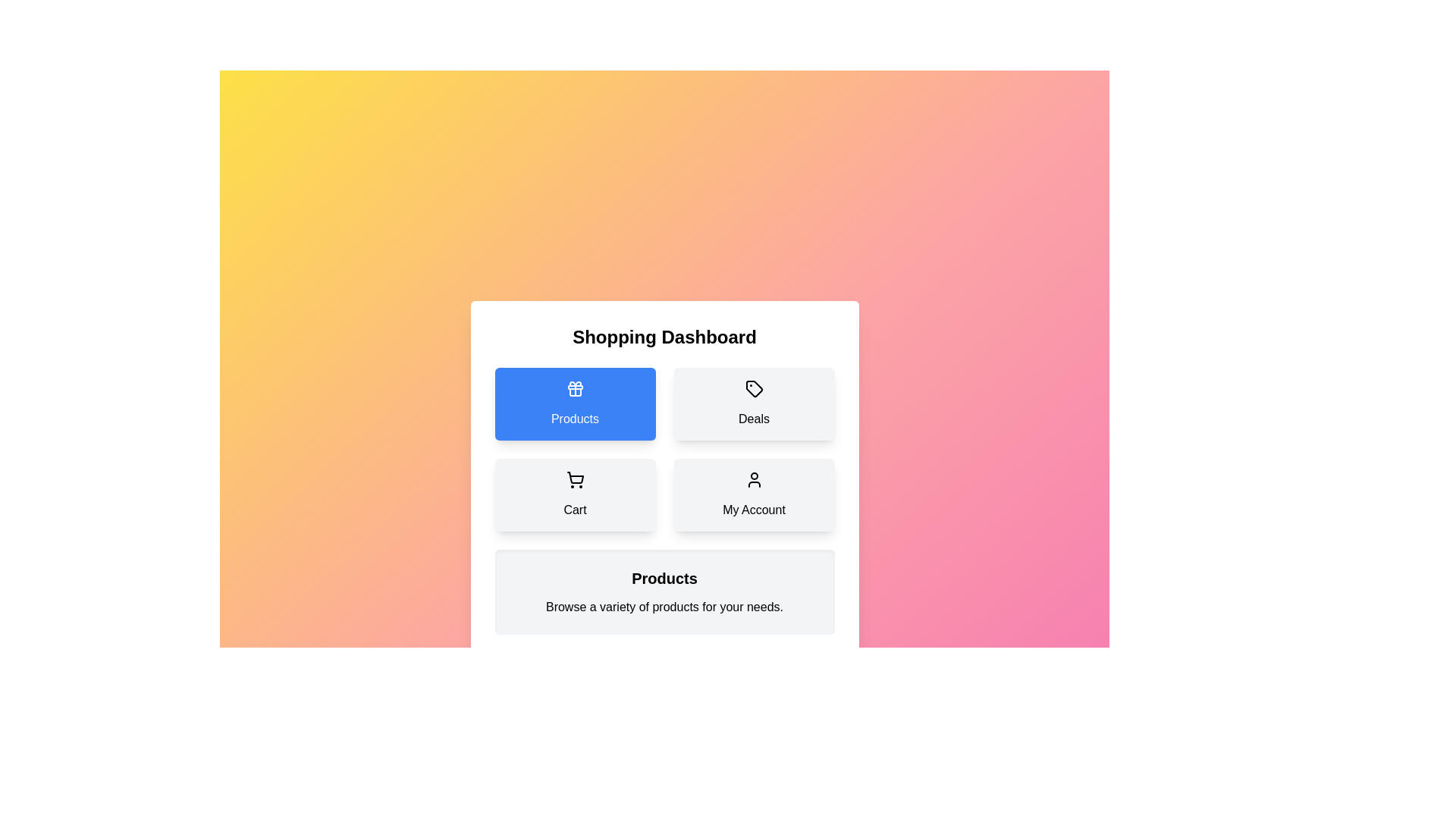 Image resolution: width=1456 pixels, height=819 pixels. What do you see at coordinates (754, 494) in the screenshot?
I see `the 'My Account' button to view the My Account category` at bounding box center [754, 494].